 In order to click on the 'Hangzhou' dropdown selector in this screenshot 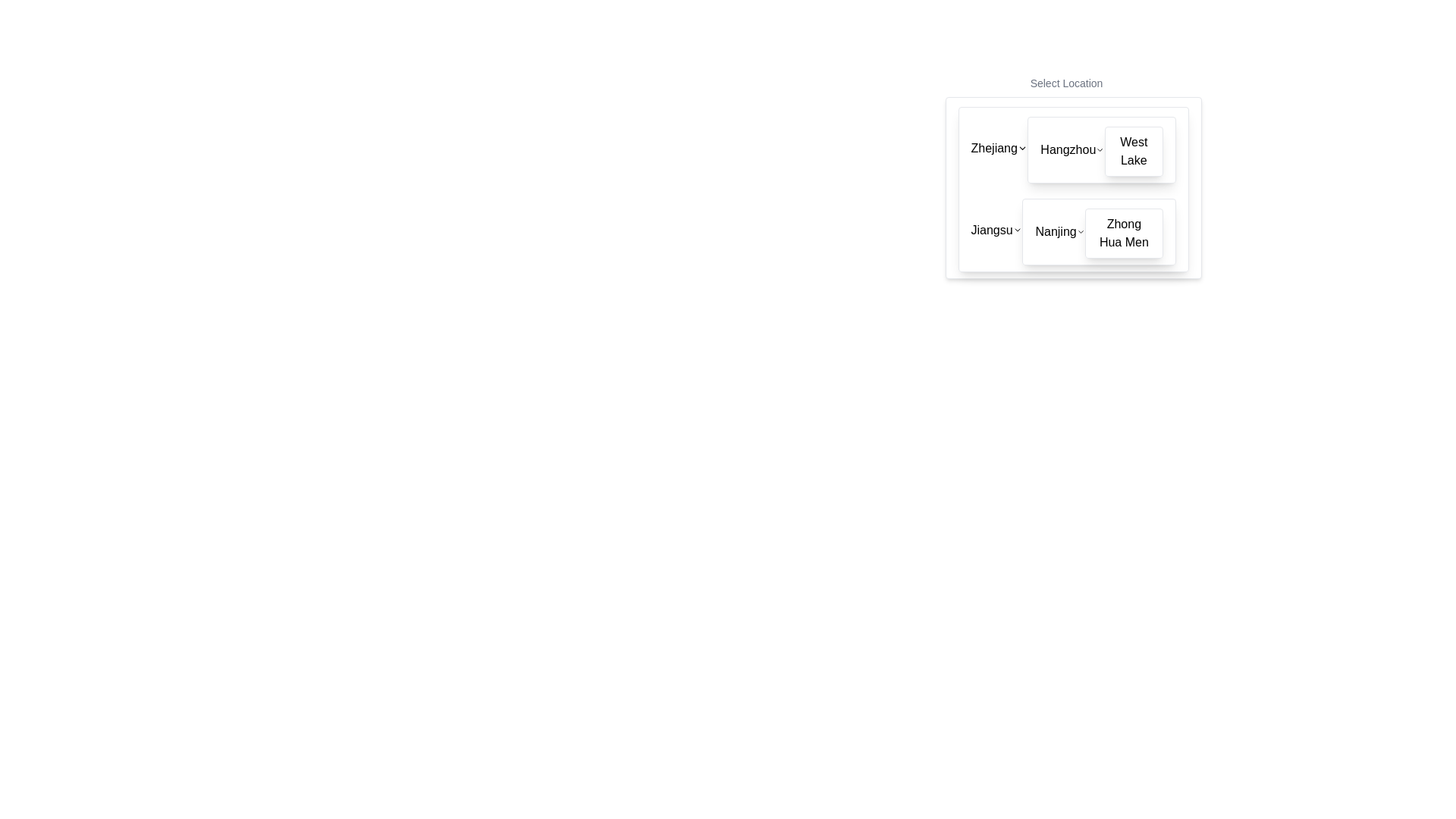, I will do `click(1102, 149)`.